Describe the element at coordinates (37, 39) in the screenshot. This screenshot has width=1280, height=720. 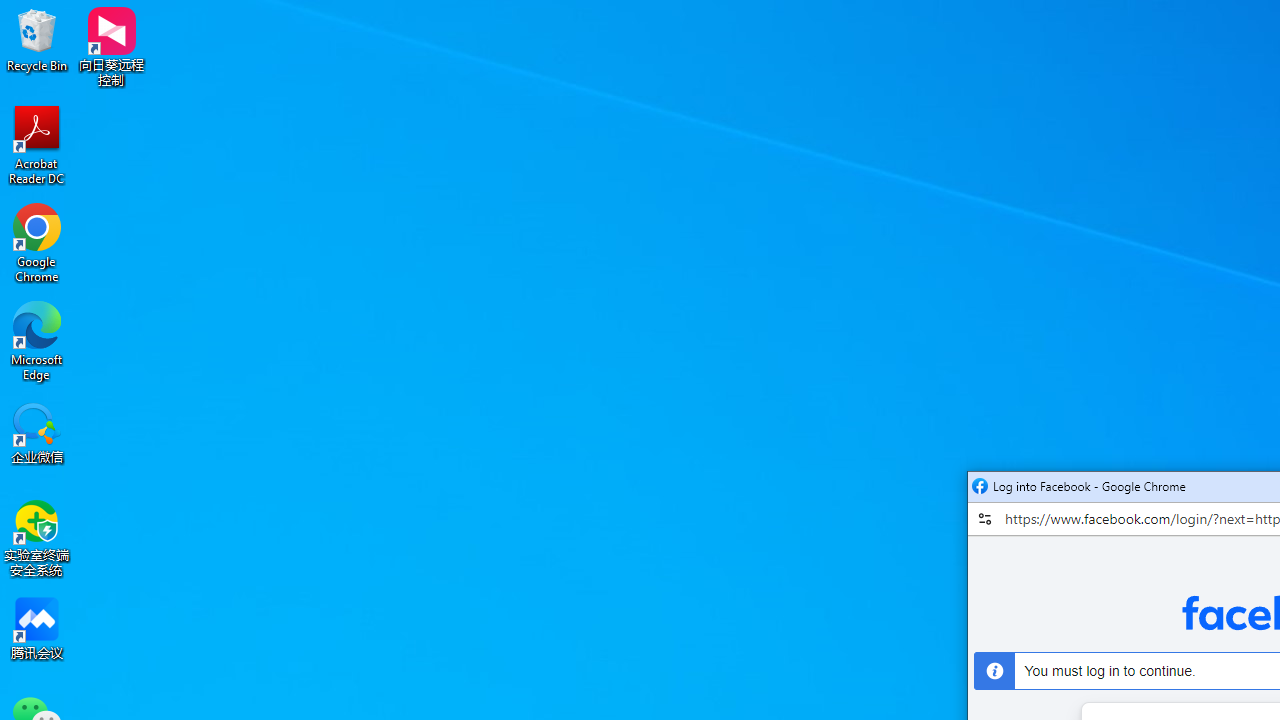
I see `'Recycle Bin'` at that location.